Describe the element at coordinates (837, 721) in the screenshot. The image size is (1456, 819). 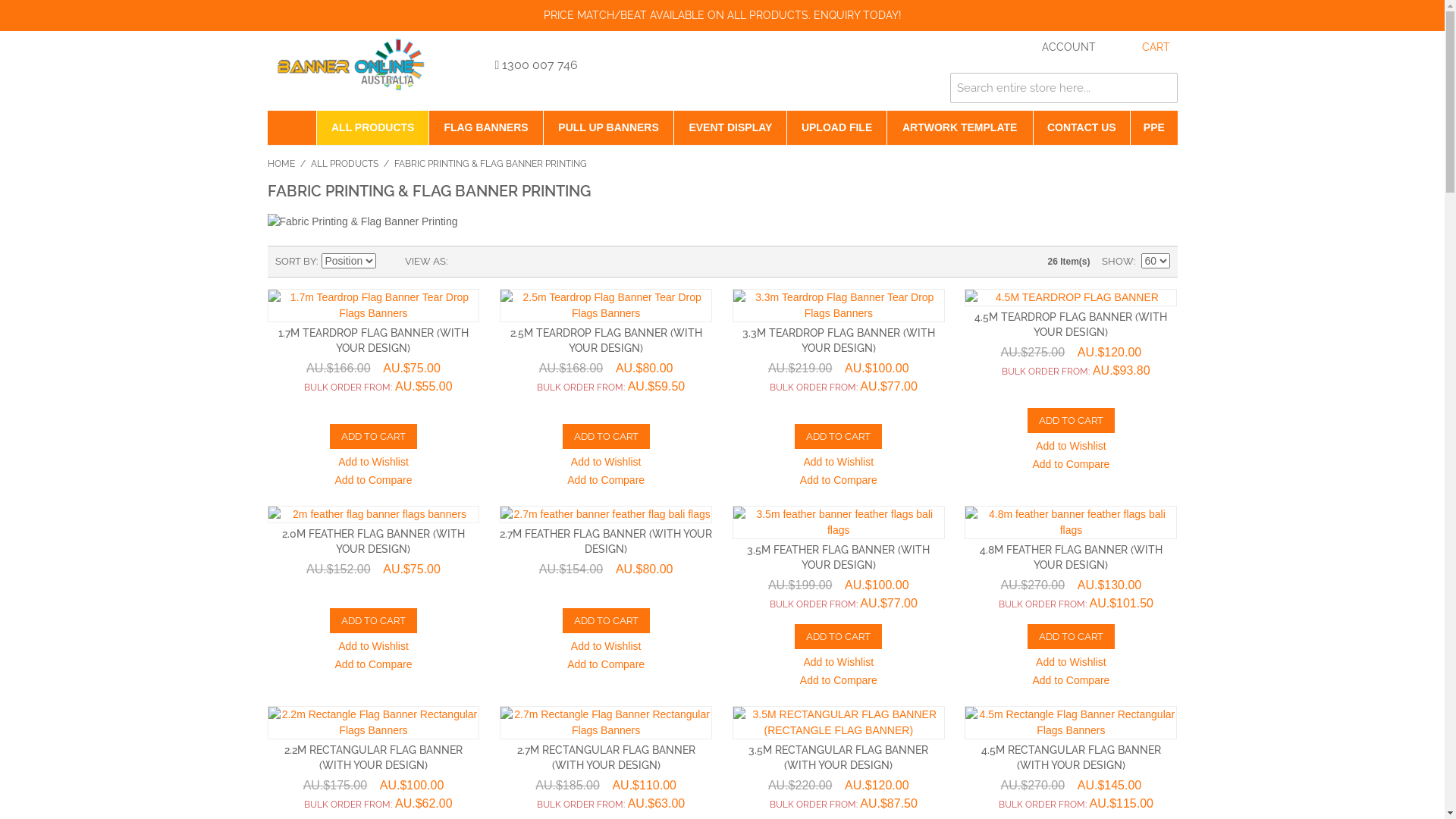
I see `'3.5M RECTANGULAR FLAG BANNER (RECTANGLE FLAG BANNER) '` at that location.